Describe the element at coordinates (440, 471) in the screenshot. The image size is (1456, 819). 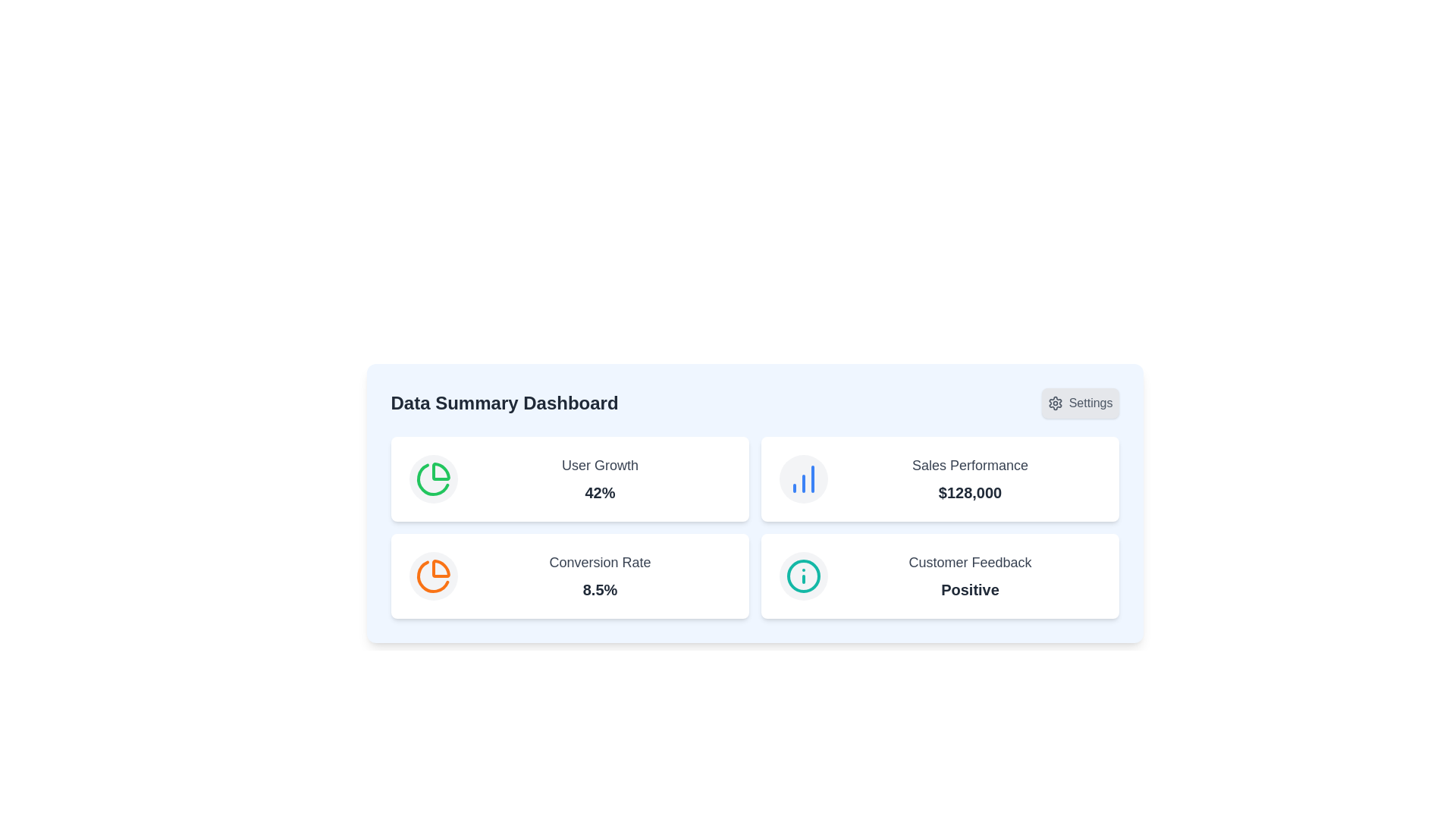
I see `the green and white pie chart icon located to the left of the 'User Growth' label with a percentage value displayed below it in the top-left card of the dashboard grid` at that location.